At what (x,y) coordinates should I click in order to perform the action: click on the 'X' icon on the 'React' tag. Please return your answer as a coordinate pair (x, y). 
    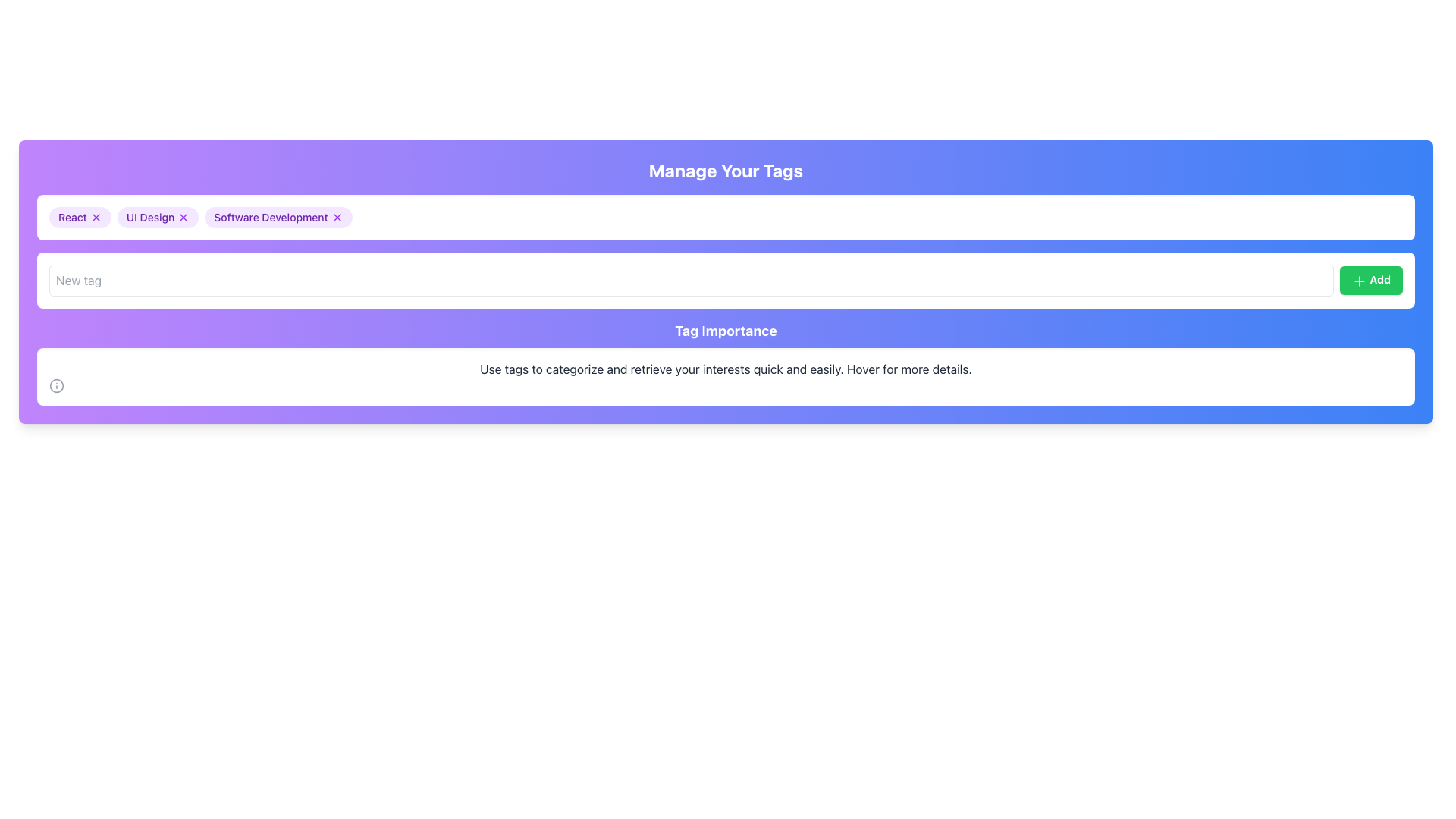
    Looking at the image, I should click on (79, 217).